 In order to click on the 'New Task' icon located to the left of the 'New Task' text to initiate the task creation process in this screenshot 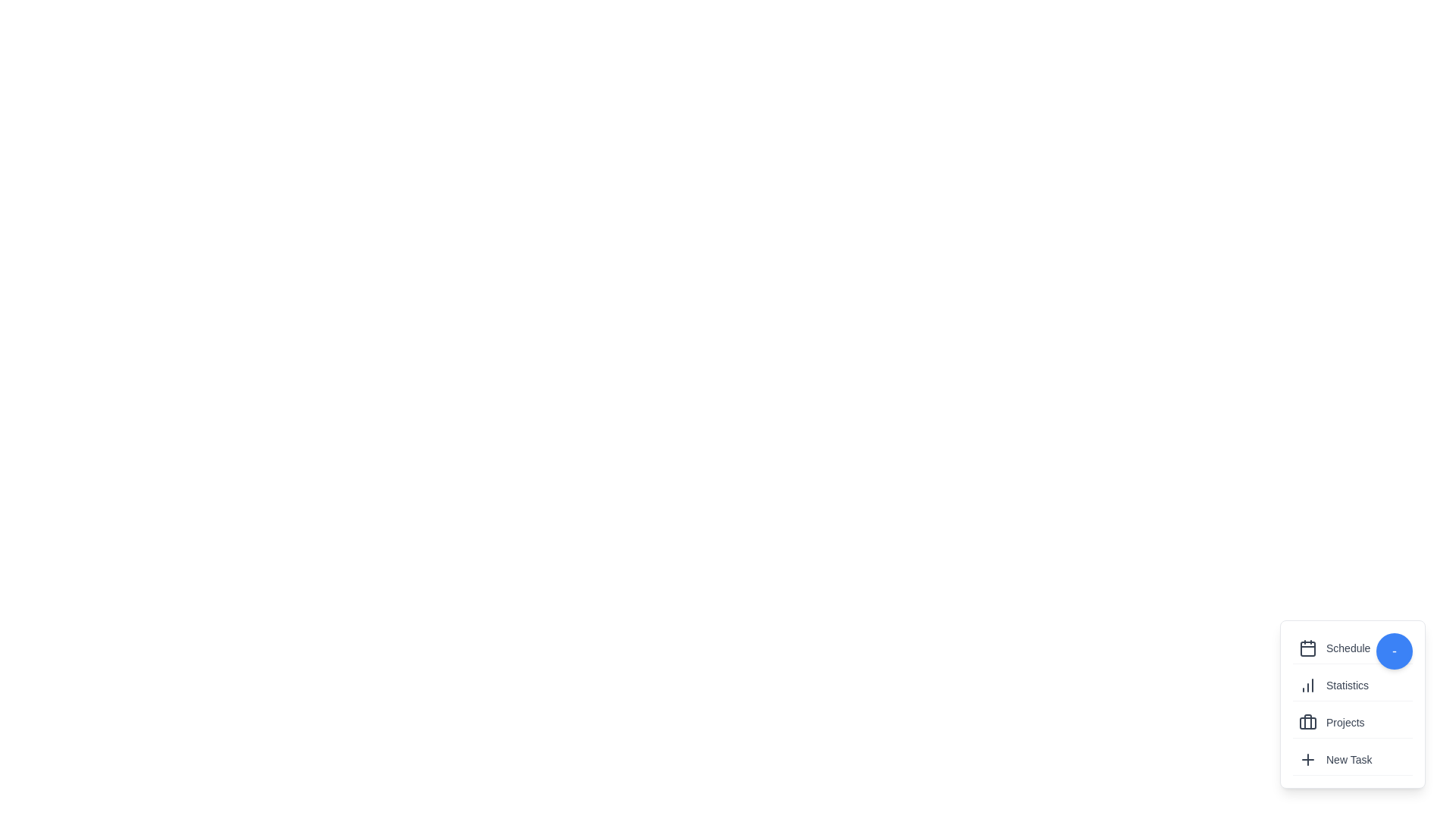, I will do `click(1307, 760)`.